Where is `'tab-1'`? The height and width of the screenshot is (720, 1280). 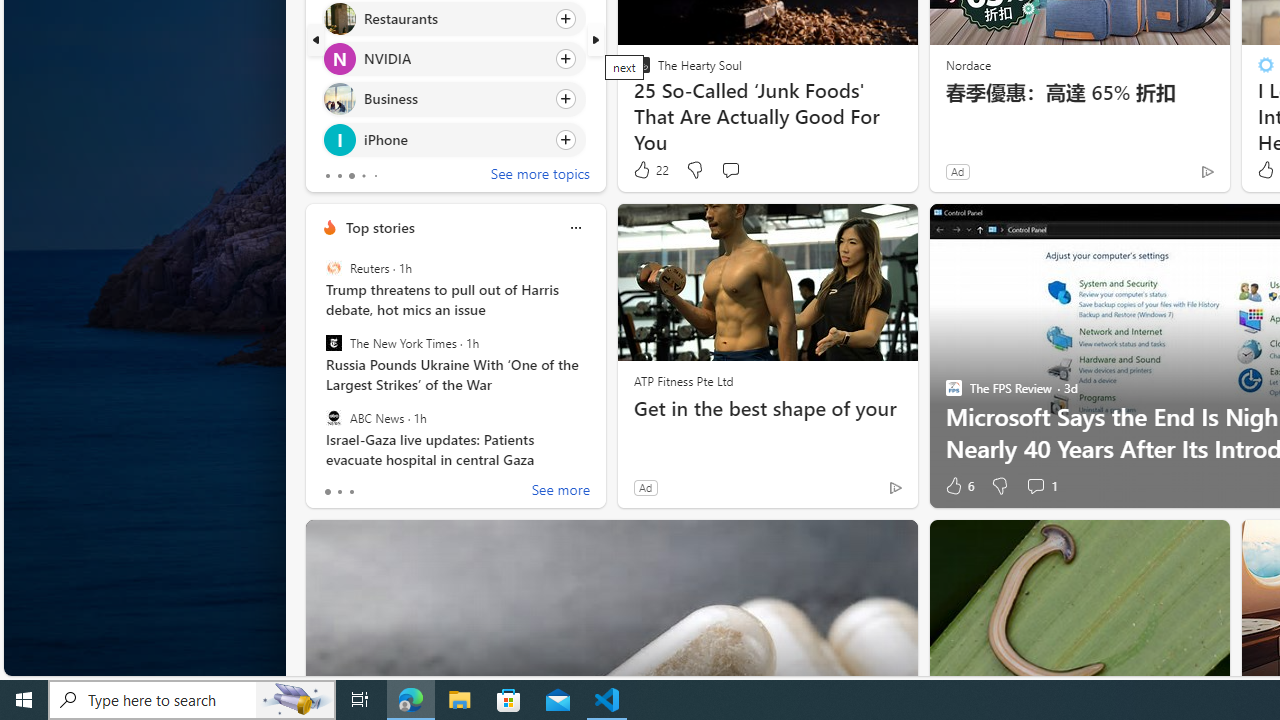
'tab-1' is located at coordinates (339, 492).